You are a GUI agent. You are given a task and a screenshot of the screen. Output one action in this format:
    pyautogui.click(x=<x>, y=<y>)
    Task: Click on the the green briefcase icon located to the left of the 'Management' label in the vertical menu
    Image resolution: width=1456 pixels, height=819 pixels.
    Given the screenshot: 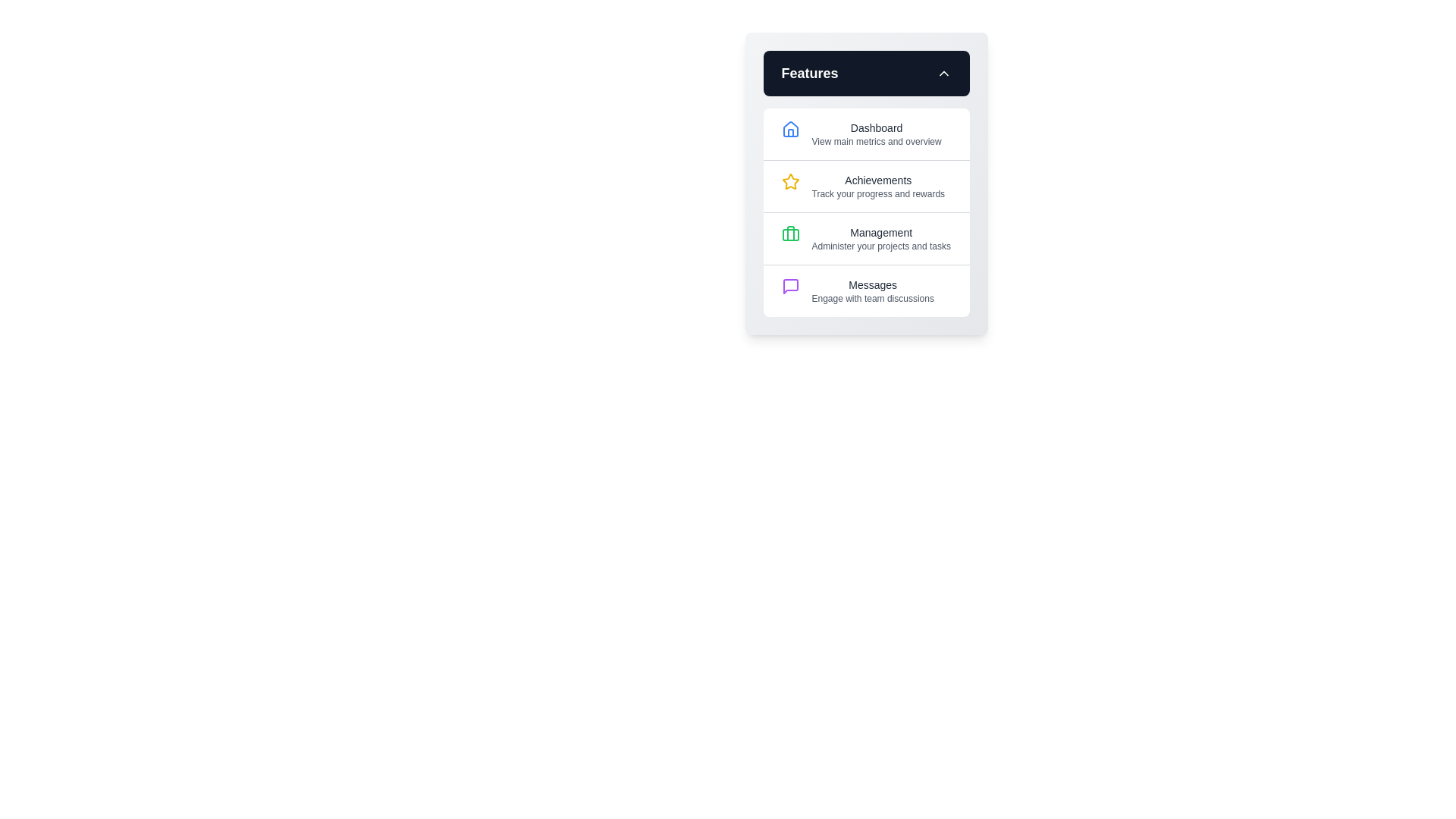 What is the action you would take?
    pyautogui.click(x=789, y=234)
    